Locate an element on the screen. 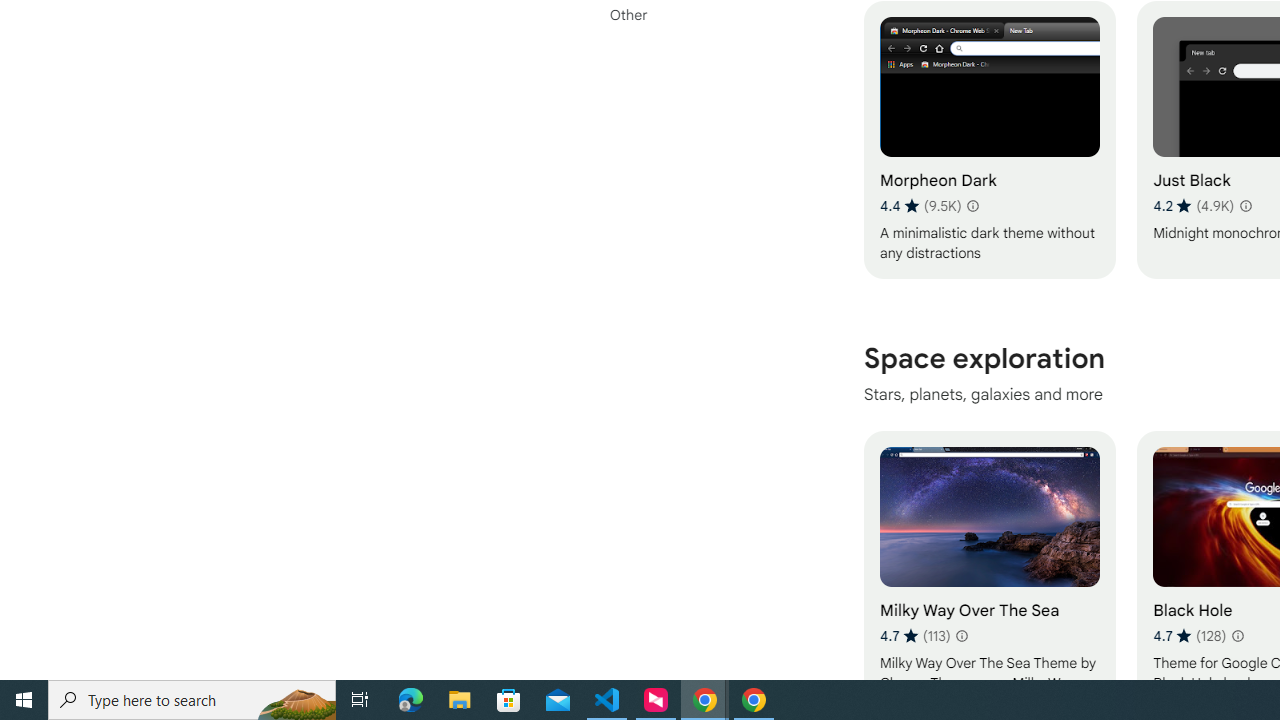 This screenshot has width=1280, height=720. 'Average rating 4.2 out of 5 stars. 4.9K ratings.' is located at coordinates (1192, 205).